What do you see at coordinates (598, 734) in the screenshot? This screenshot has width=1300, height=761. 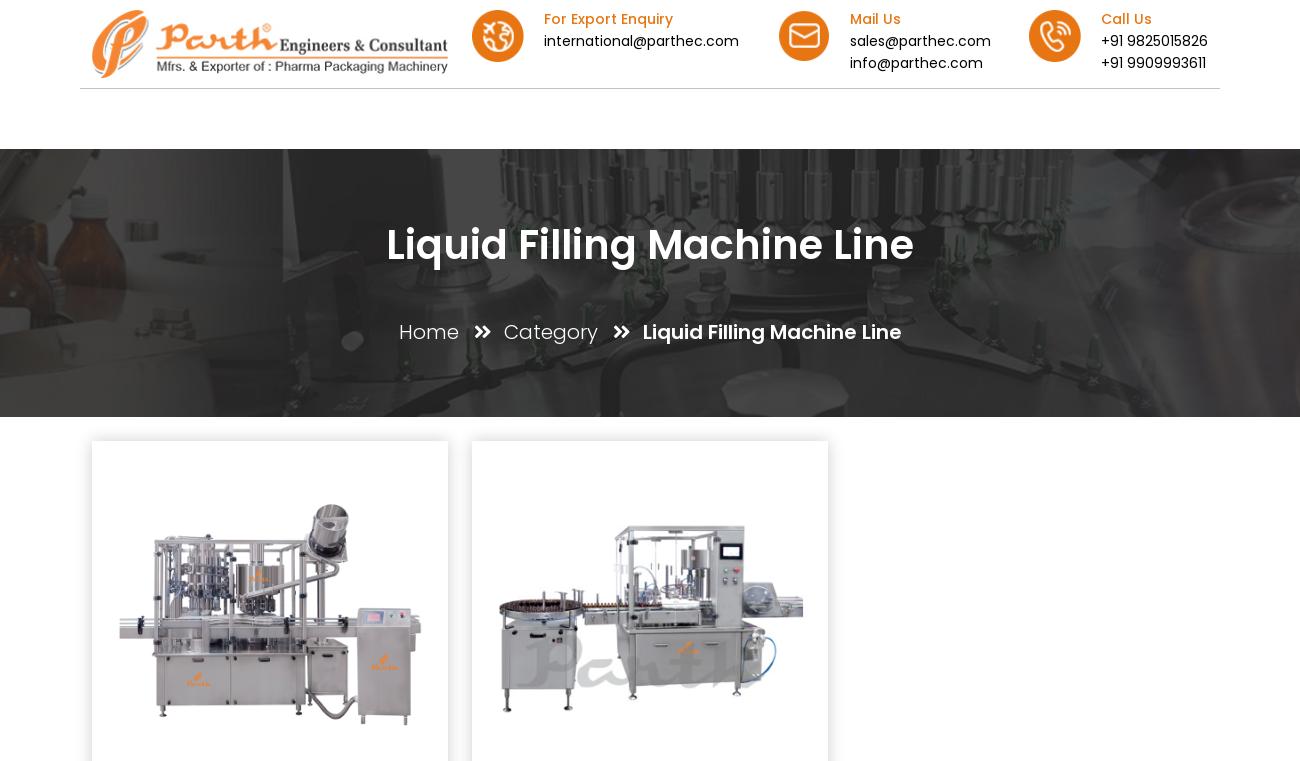 I see `'sales@parthec.com'` at bounding box center [598, 734].